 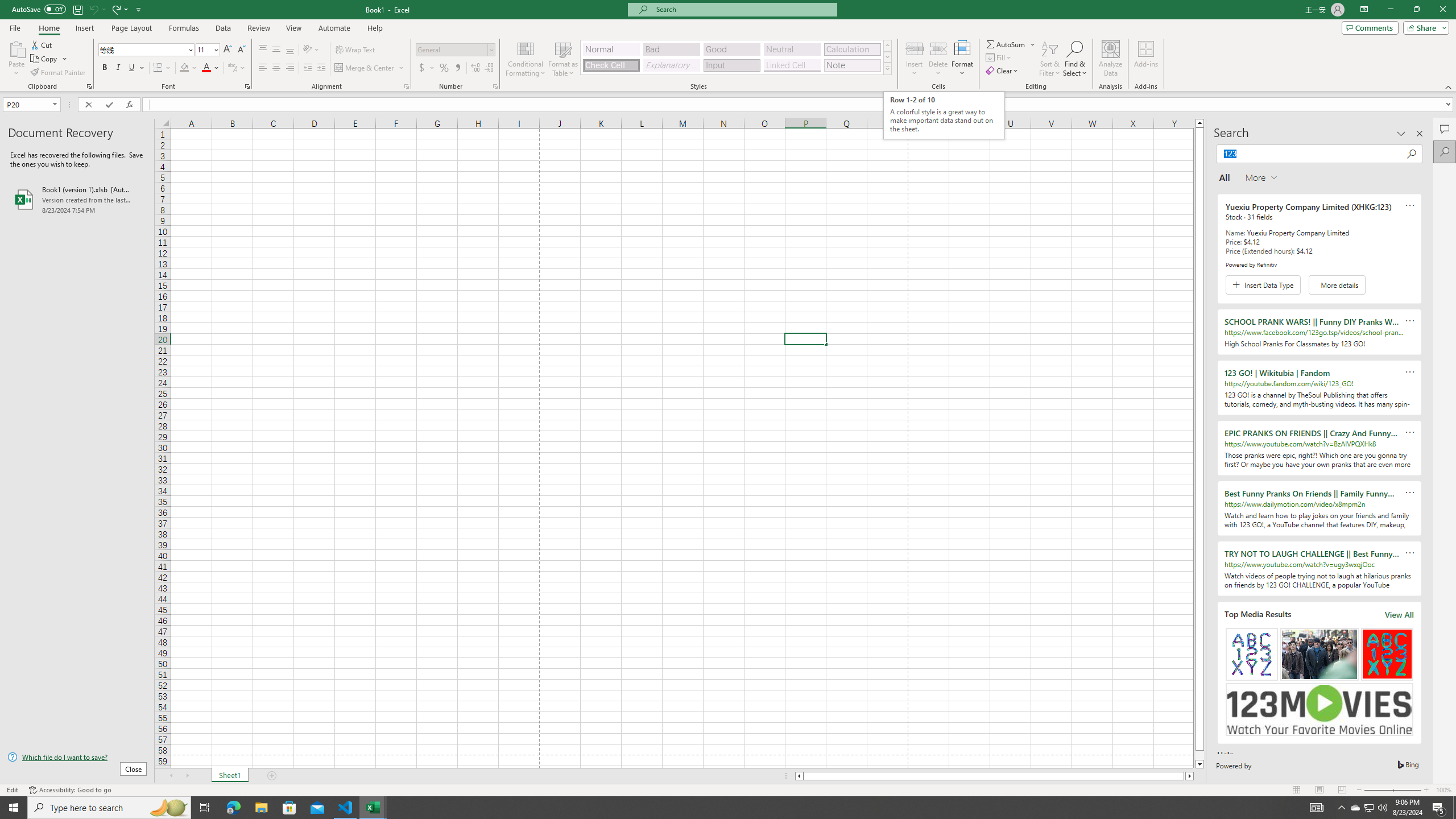 I want to click on 'Bad', so click(x=672, y=49).